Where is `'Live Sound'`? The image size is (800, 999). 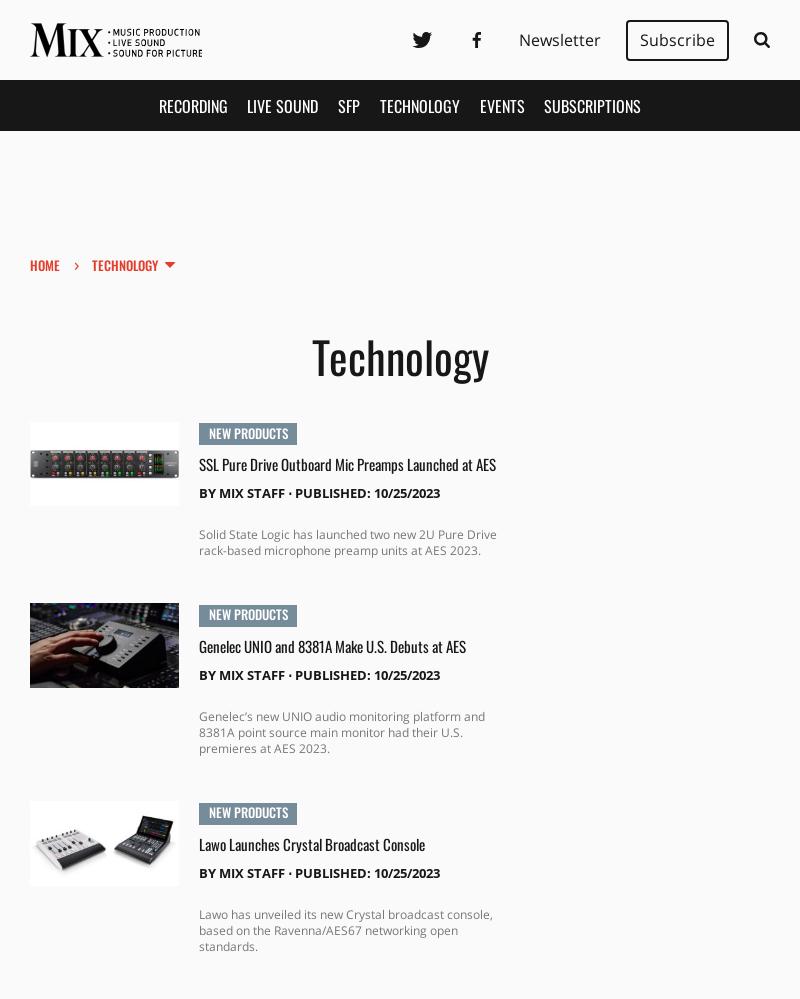 'Live Sound' is located at coordinates (246, 104).